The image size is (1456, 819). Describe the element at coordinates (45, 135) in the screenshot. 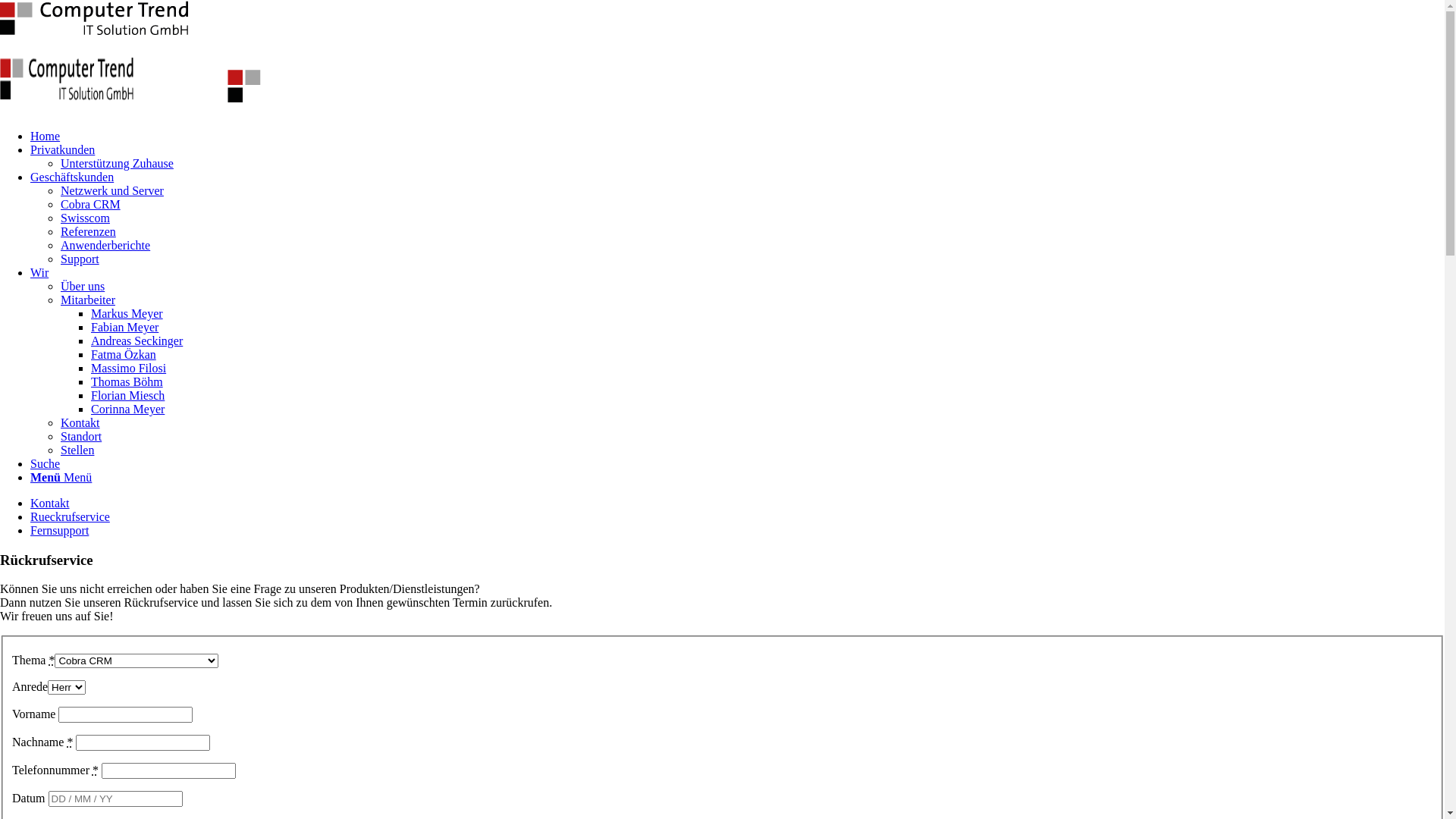

I see `'Home'` at that location.